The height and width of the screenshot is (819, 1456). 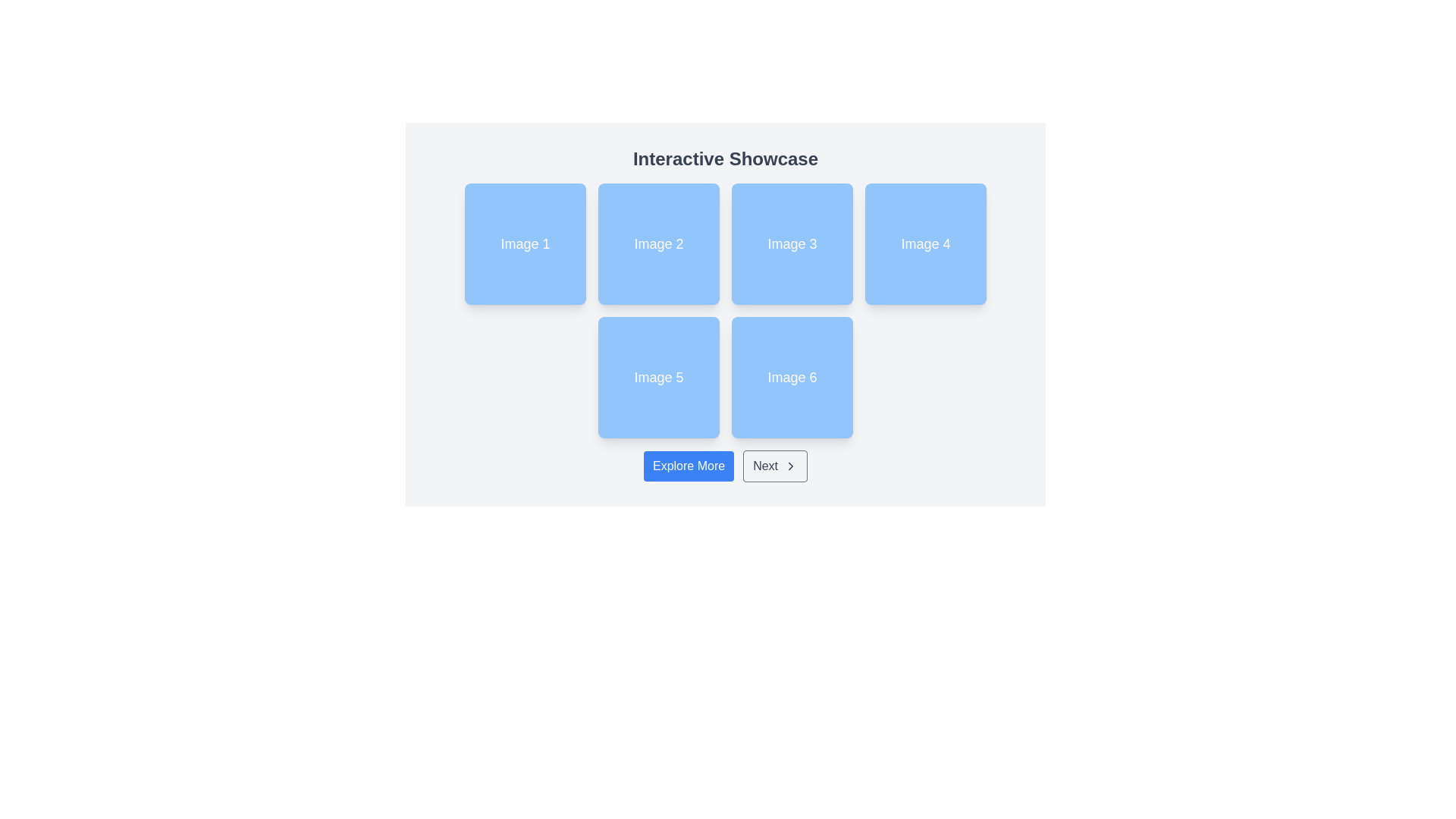 I want to click on the 'Next' button, which is a horizontally-aligned button with gray text and a right-facing arrow icon, located near the bottom-center of the interface, so click(x=775, y=465).